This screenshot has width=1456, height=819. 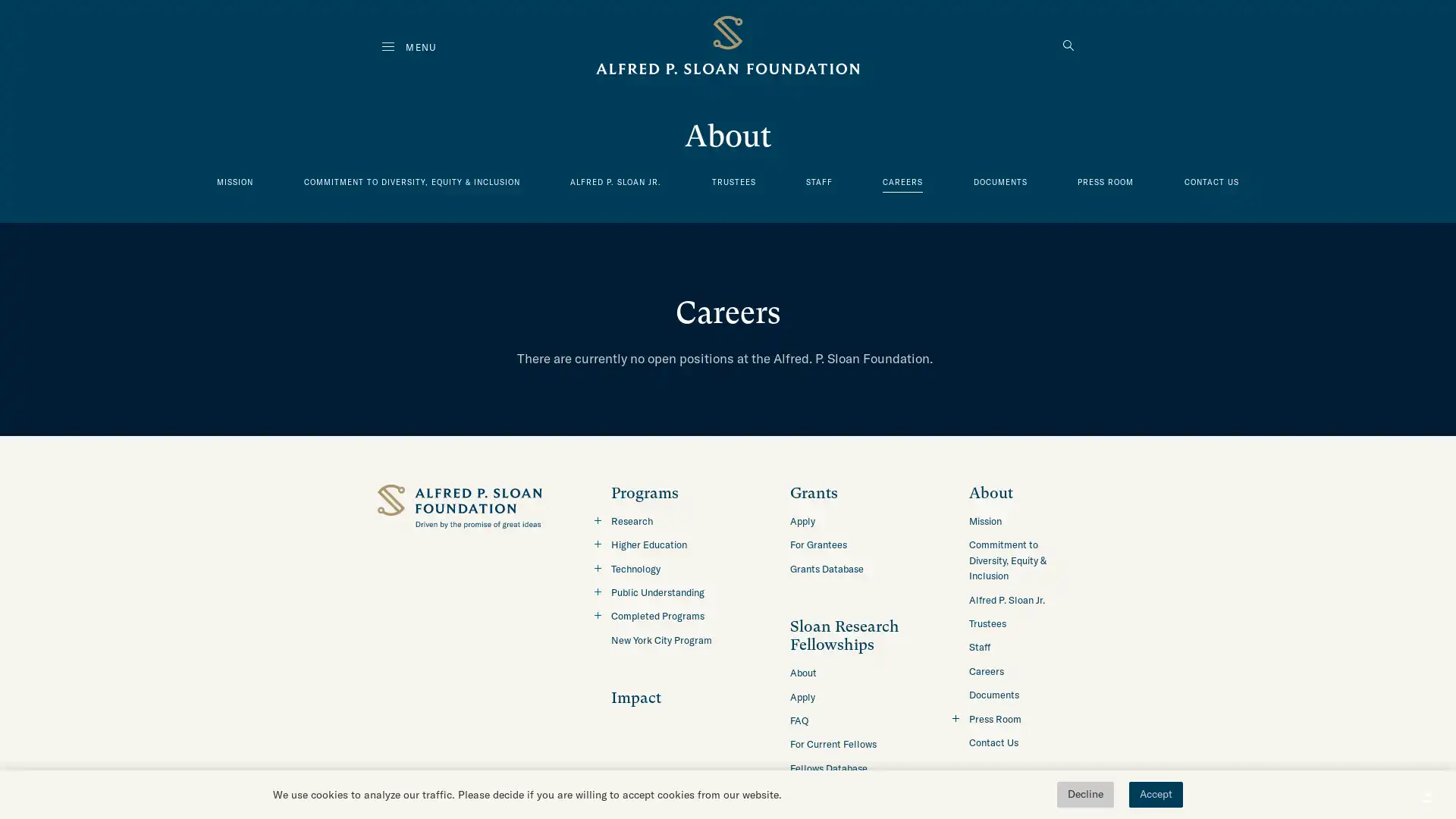 What do you see at coordinates (1155, 794) in the screenshot?
I see `Accept` at bounding box center [1155, 794].